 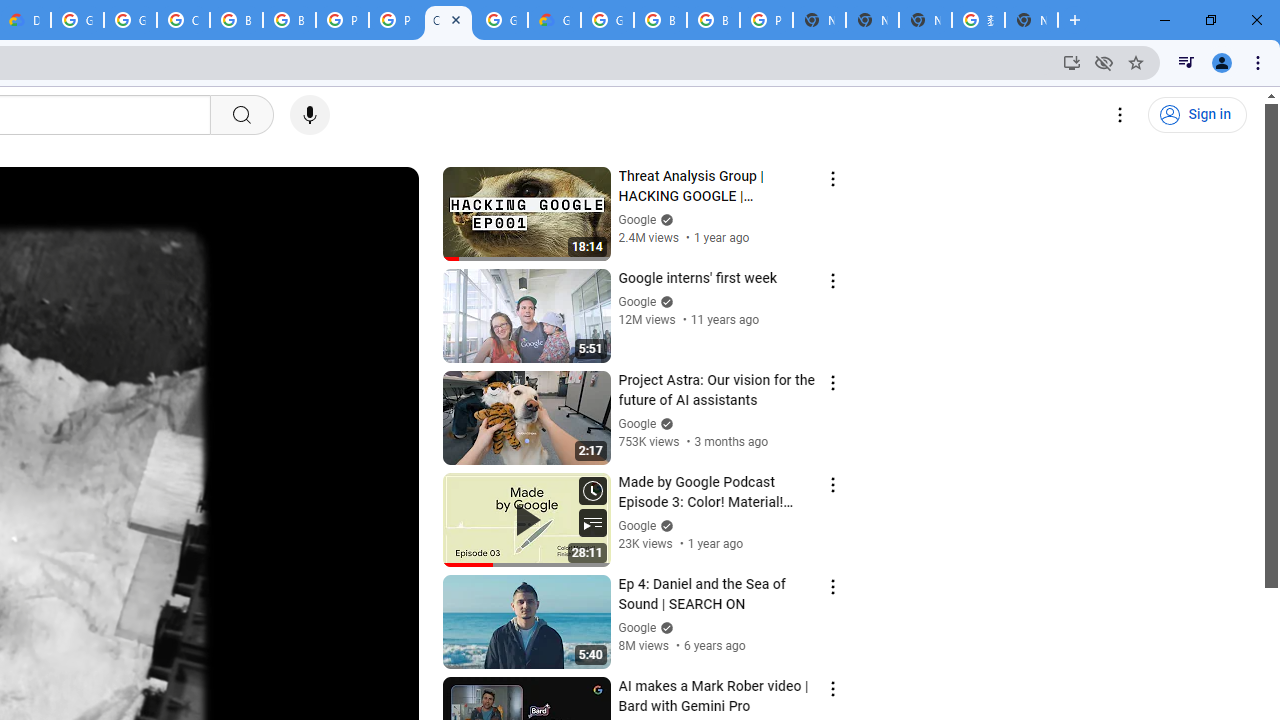 What do you see at coordinates (1071, 61) in the screenshot?
I see `'Install YouTube'` at bounding box center [1071, 61].